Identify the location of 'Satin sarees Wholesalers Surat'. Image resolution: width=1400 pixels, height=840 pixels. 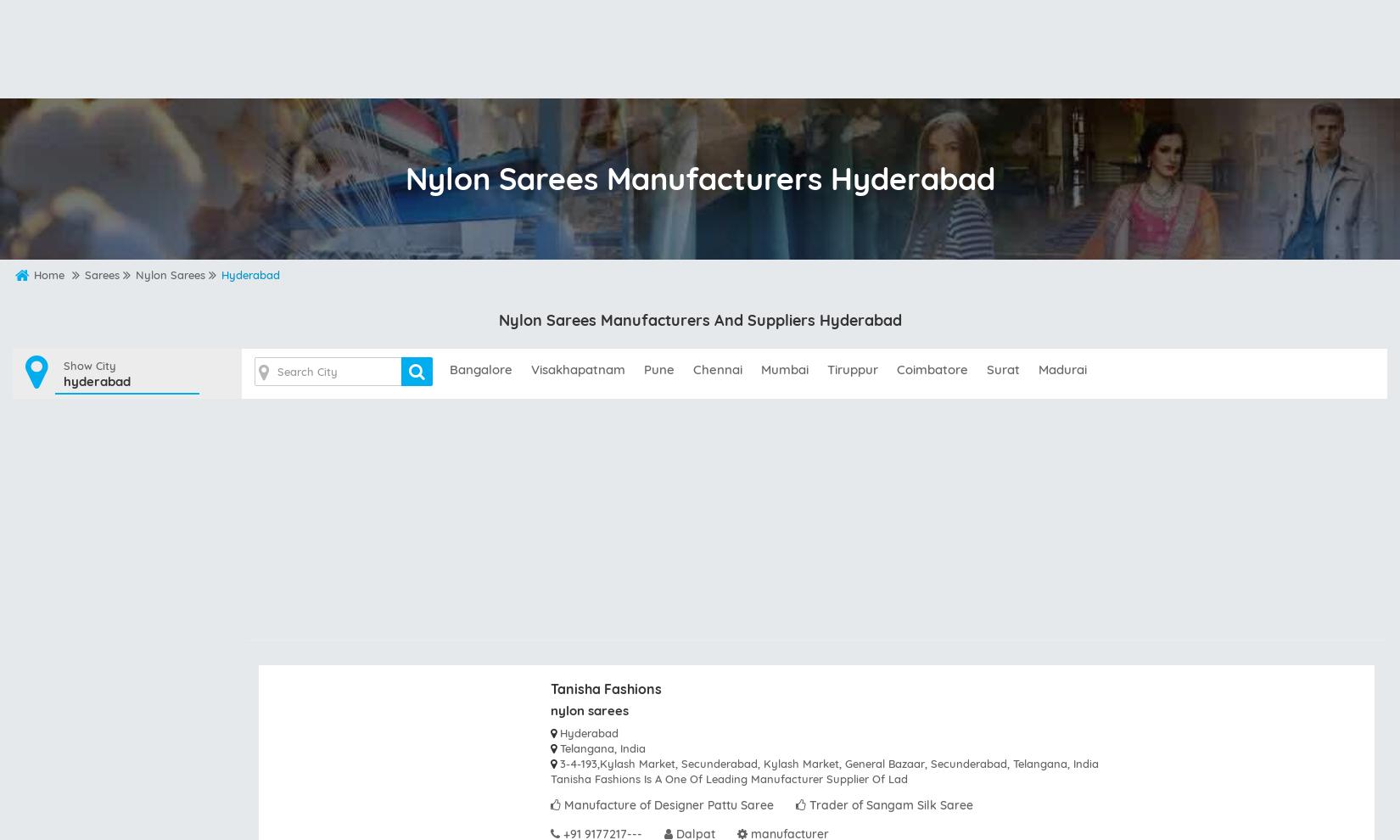
(543, 170).